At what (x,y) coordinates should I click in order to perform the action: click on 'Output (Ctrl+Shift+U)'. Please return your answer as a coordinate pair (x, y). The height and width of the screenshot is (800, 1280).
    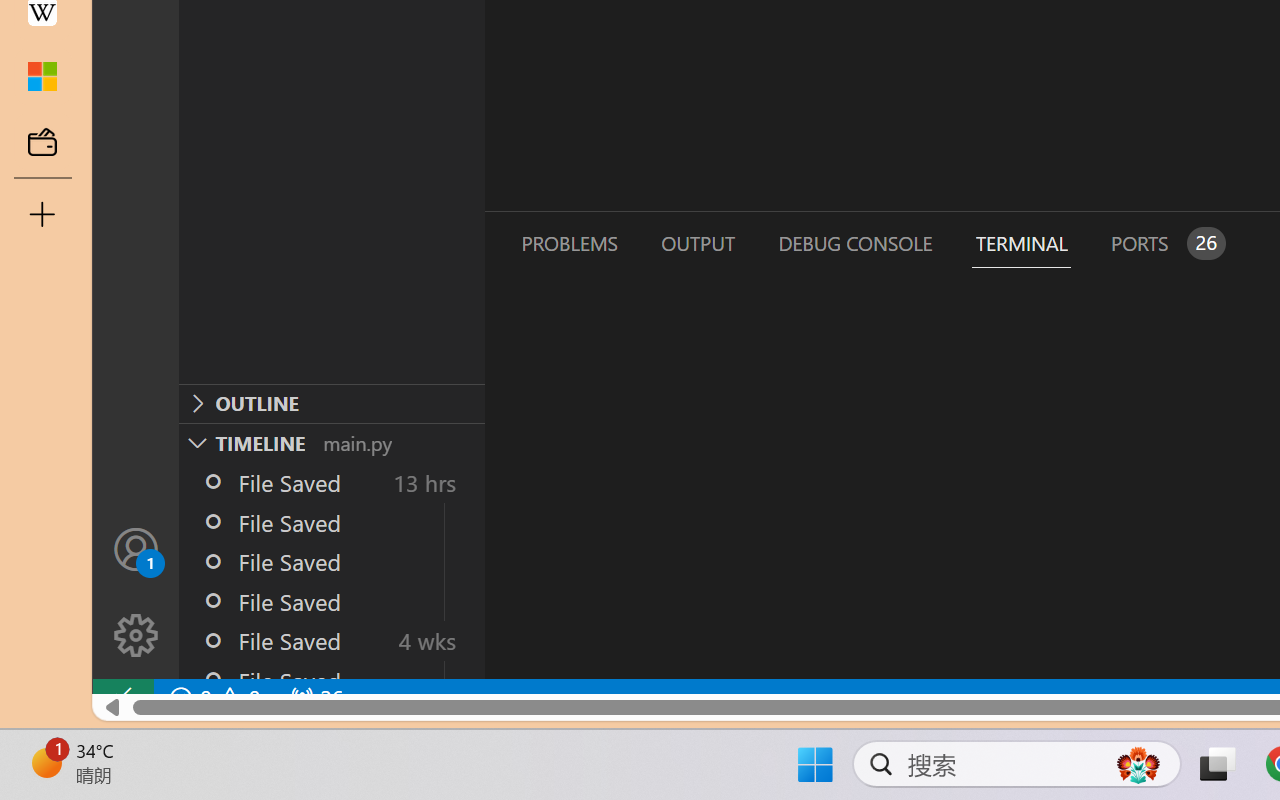
    Looking at the image, I should click on (696, 242).